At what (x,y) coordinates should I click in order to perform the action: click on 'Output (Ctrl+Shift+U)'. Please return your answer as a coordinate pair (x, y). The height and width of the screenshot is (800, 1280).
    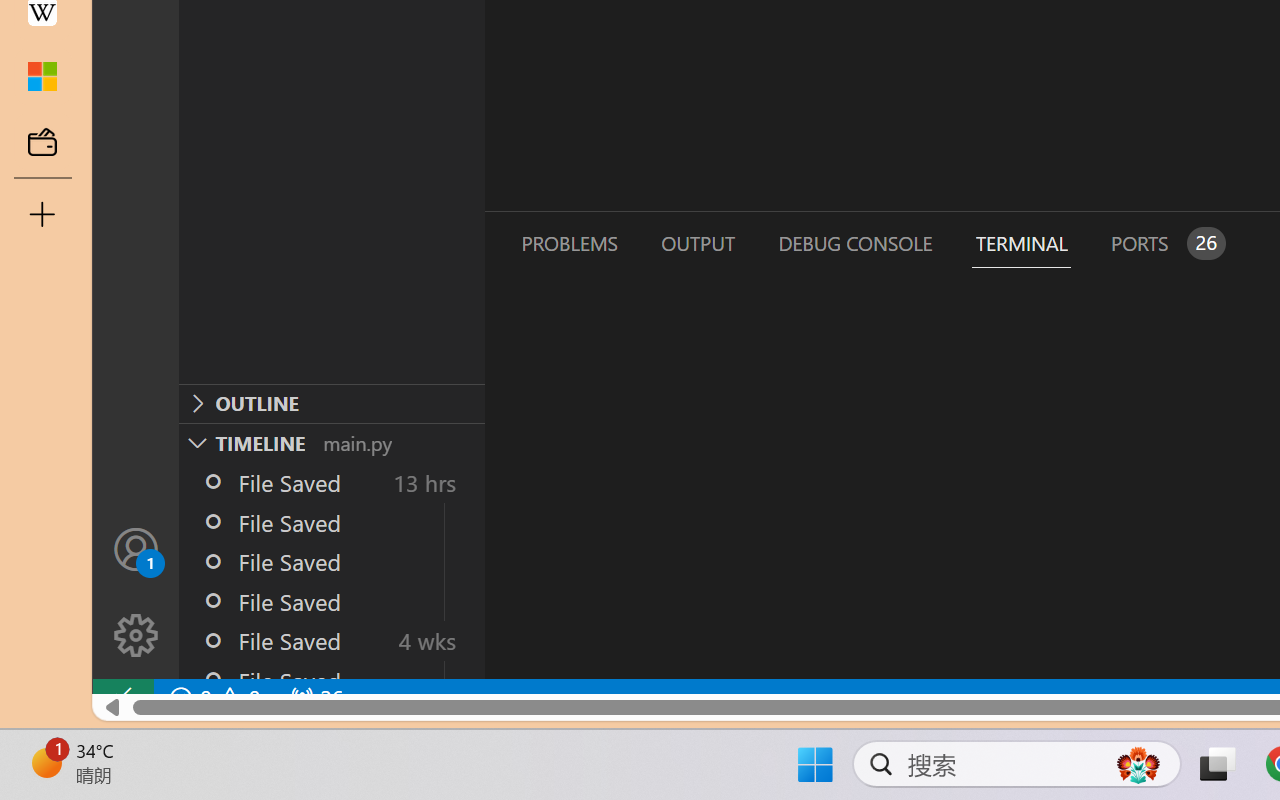
    Looking at the image, I should click on (696, 242).